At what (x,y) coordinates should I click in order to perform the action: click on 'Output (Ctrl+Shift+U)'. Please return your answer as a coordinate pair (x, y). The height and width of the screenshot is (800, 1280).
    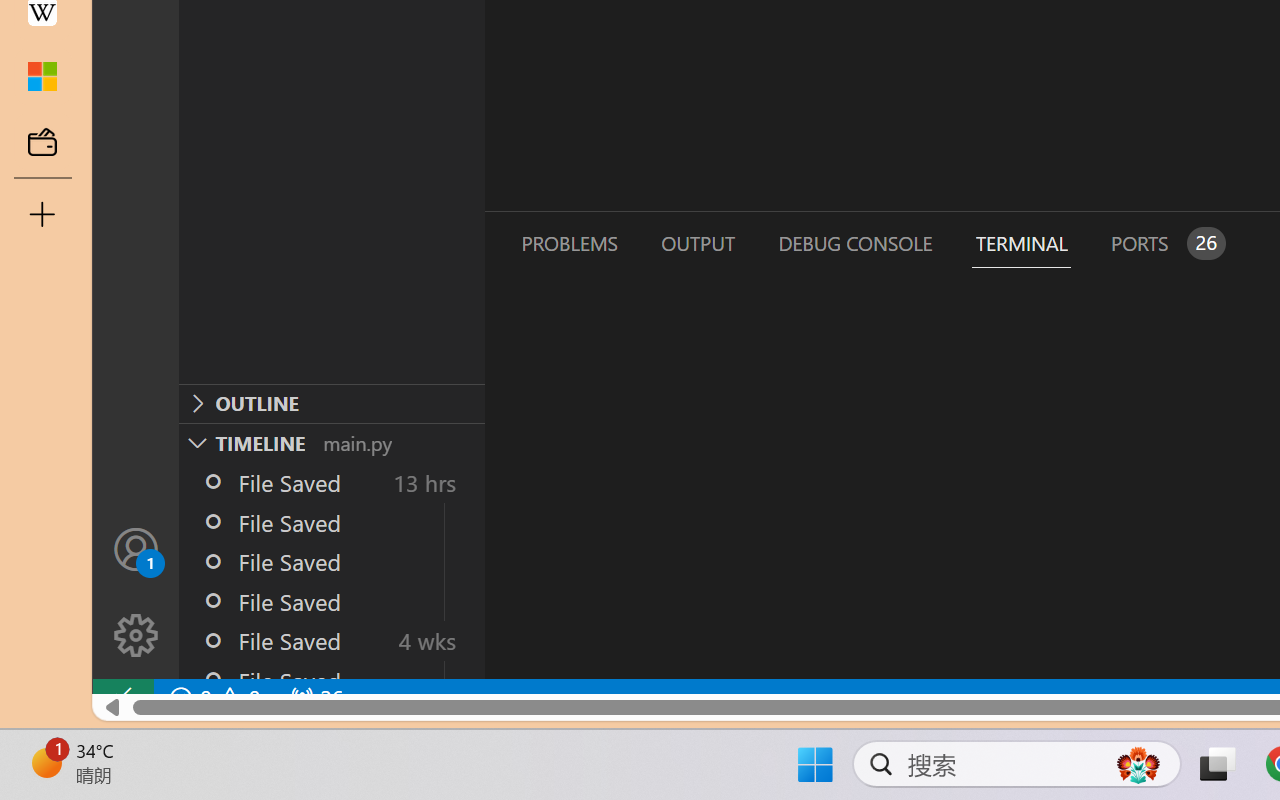
    Looking at the image, I should click on (696, 242).